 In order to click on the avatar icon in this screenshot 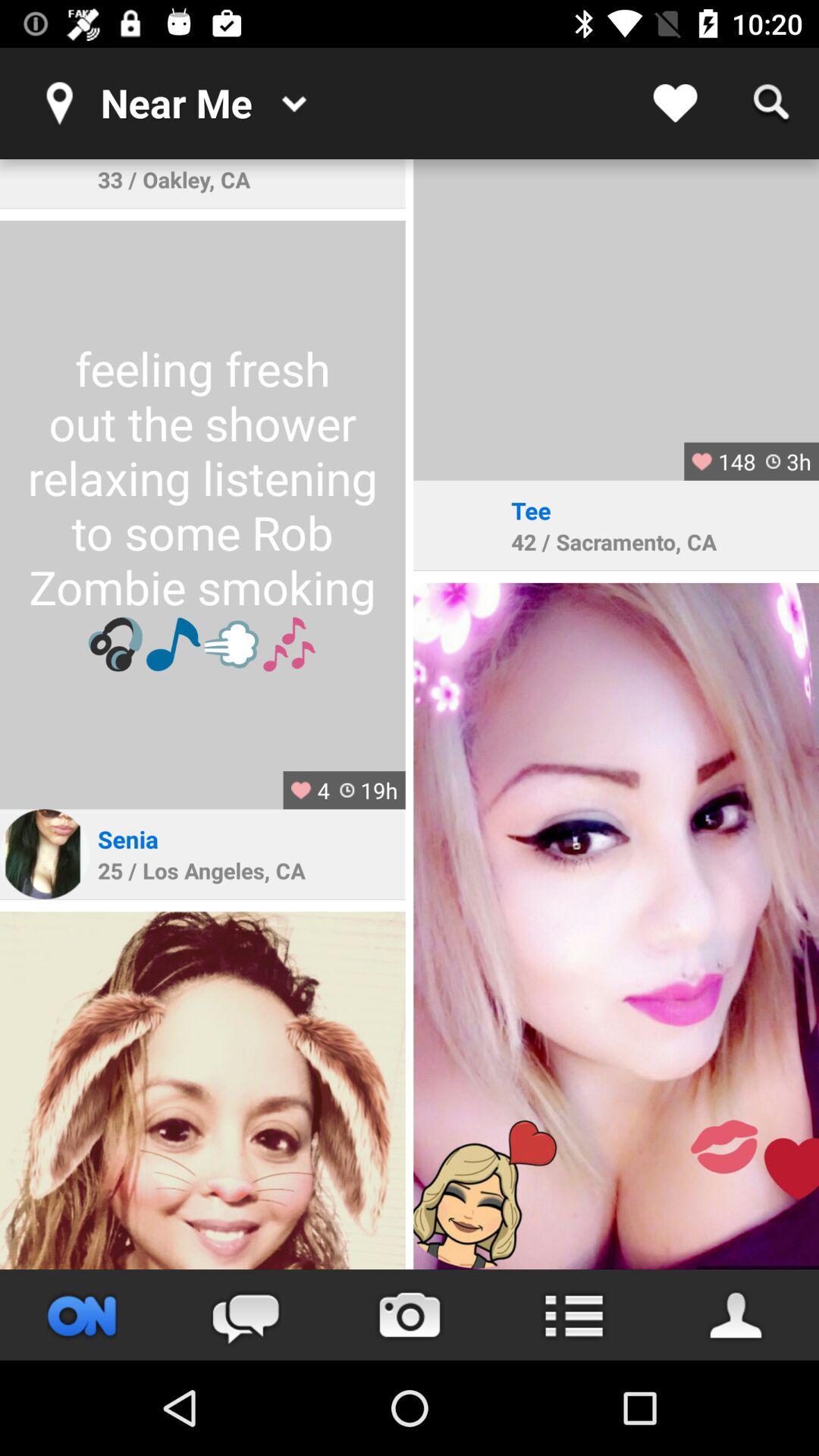, I will do `click(736, 1314)`.